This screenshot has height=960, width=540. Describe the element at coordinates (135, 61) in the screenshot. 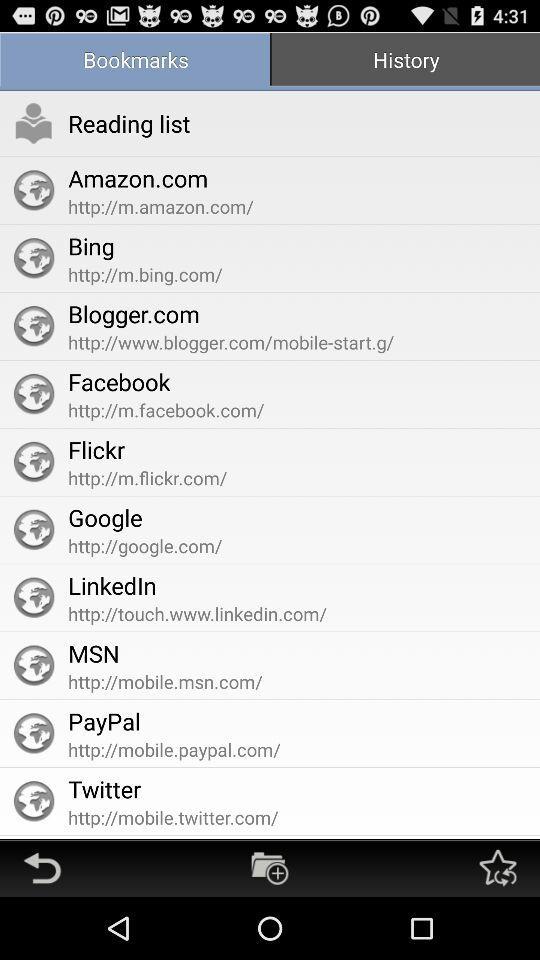

I see `the app to the left of the history item` at that location.